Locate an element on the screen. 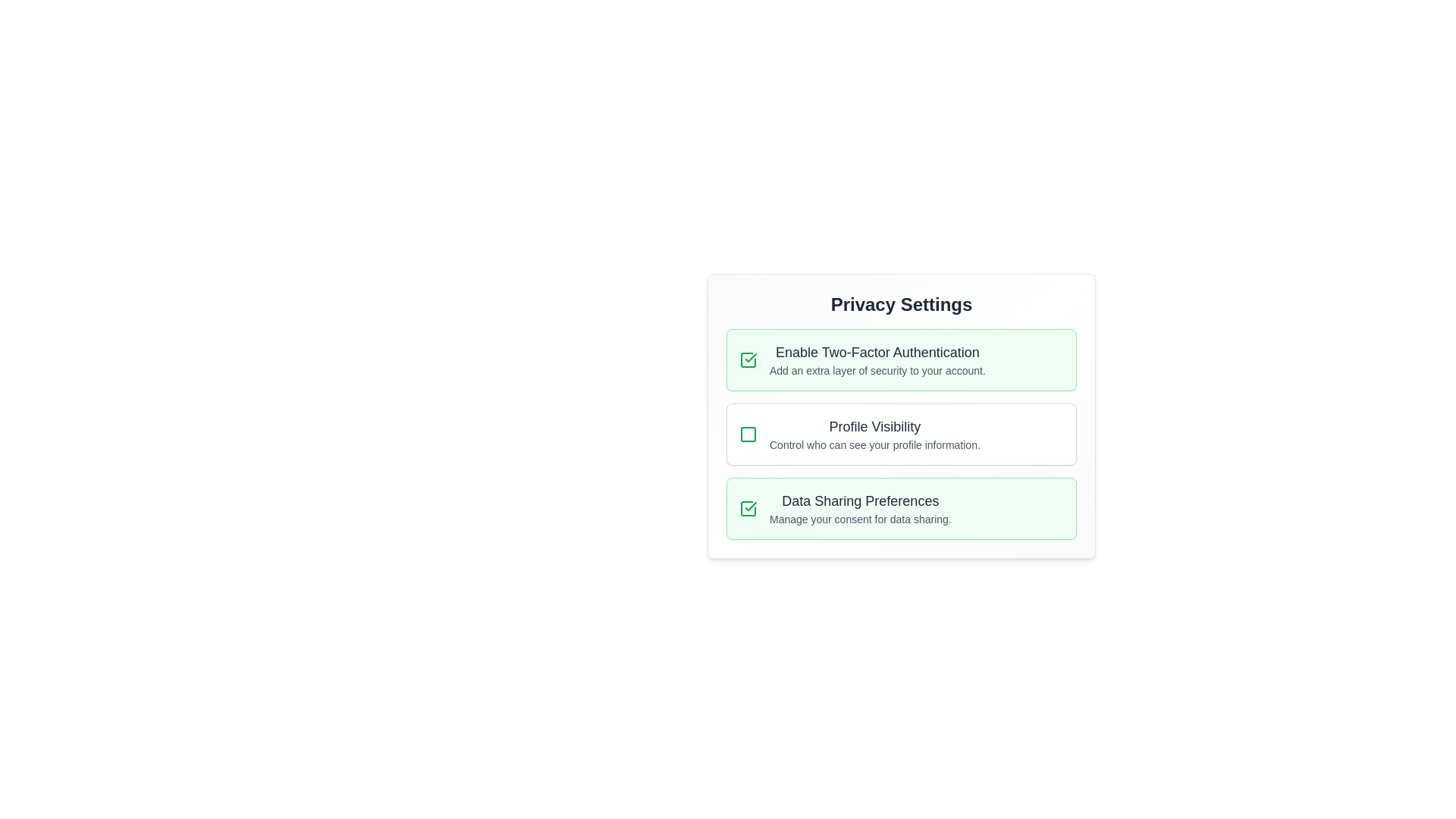 The height and width of the screenshot is (819, 1456). the selectable list item titled 'Enable Two-Factor Authentication' with a light green background and dark green checkmark icon is located at coordinates (902, 359).